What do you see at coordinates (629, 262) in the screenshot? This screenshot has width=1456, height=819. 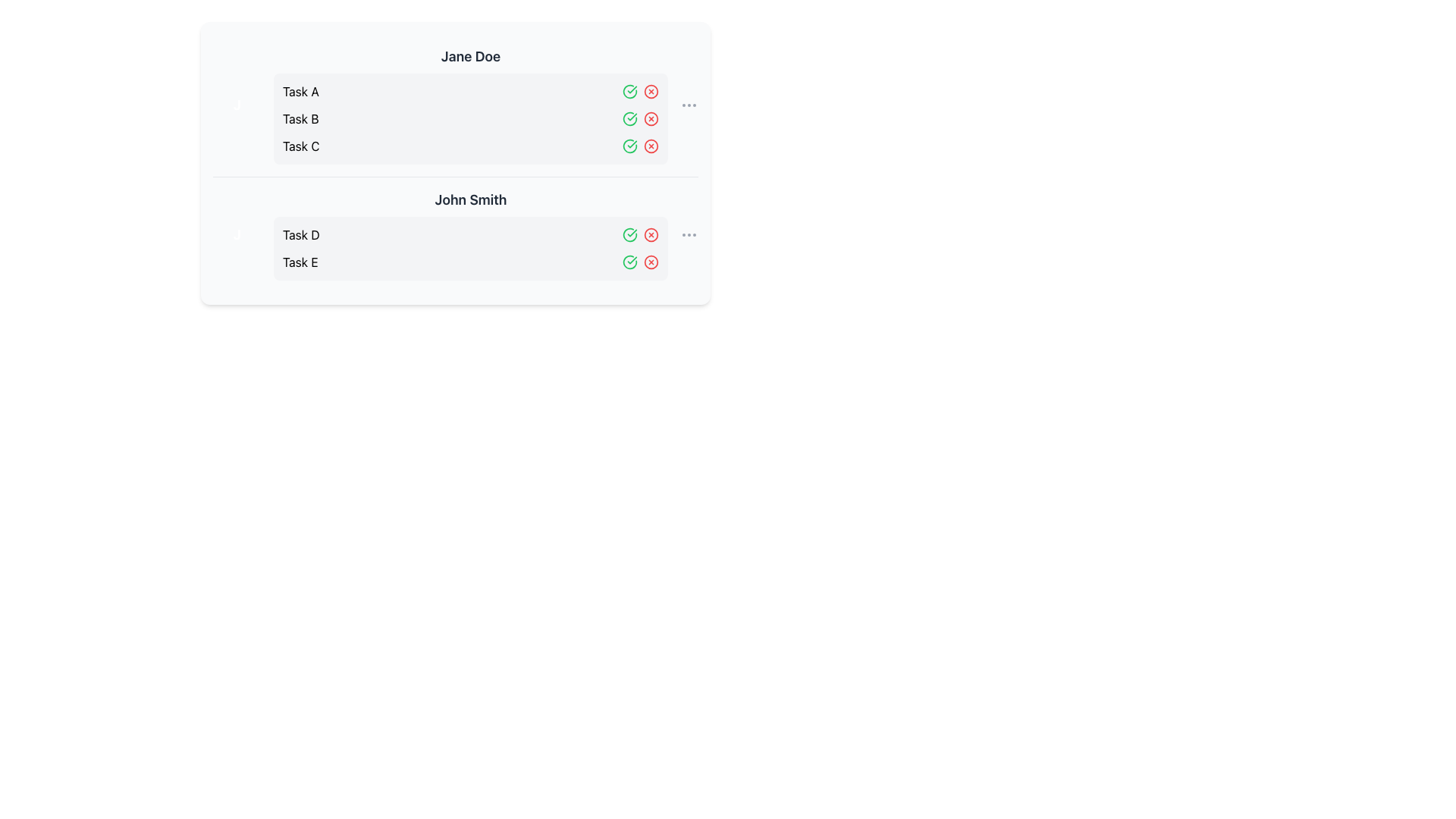 I see `the visual feedback of the confirmation icon for 'Task E' located to the right of the task description under 'John Smith'` at bounding box center [629, 262].